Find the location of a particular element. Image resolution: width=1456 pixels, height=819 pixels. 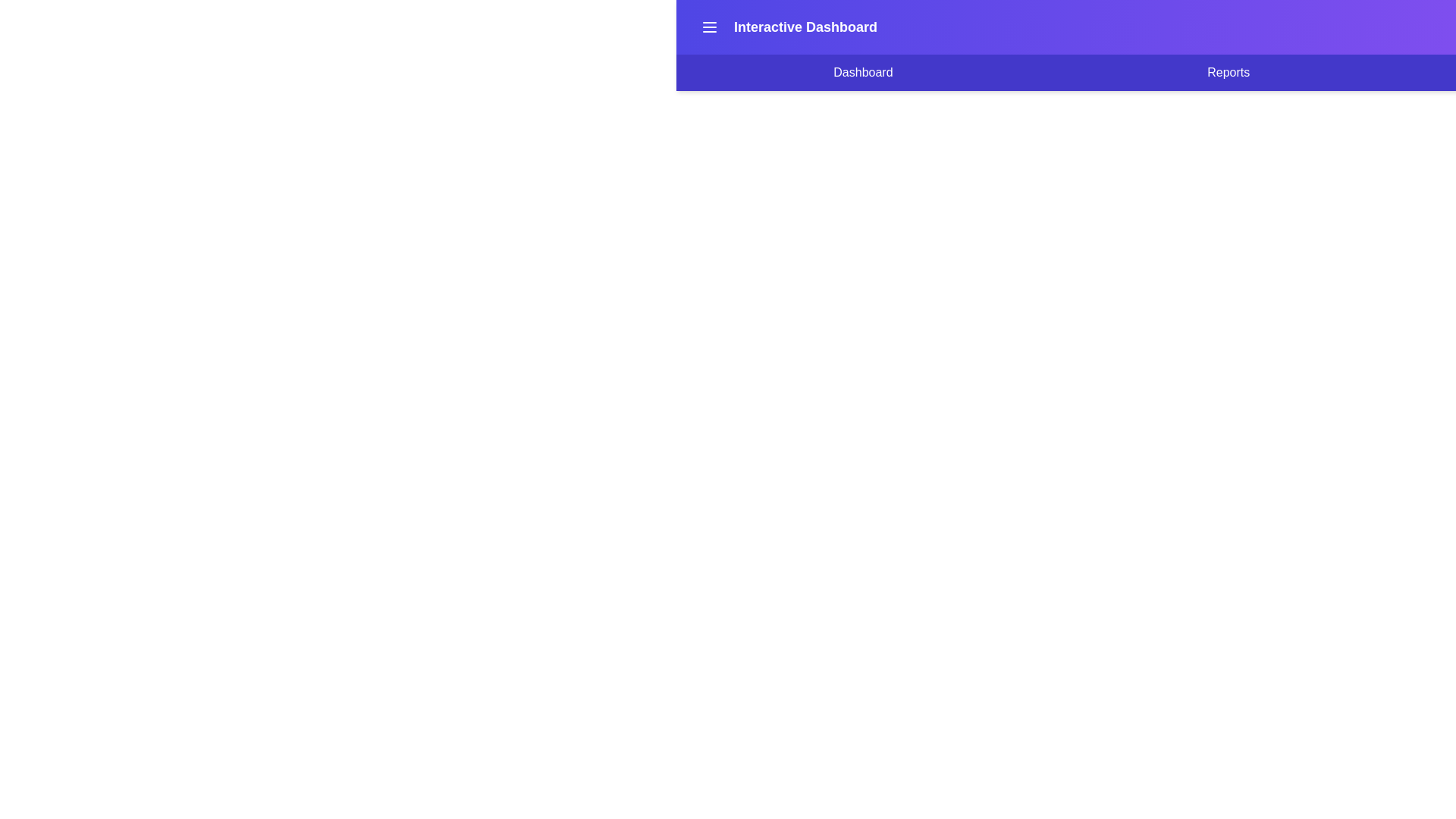

the 'Dashboard' text label in the navigation menu is located at coordinates (863, 73).